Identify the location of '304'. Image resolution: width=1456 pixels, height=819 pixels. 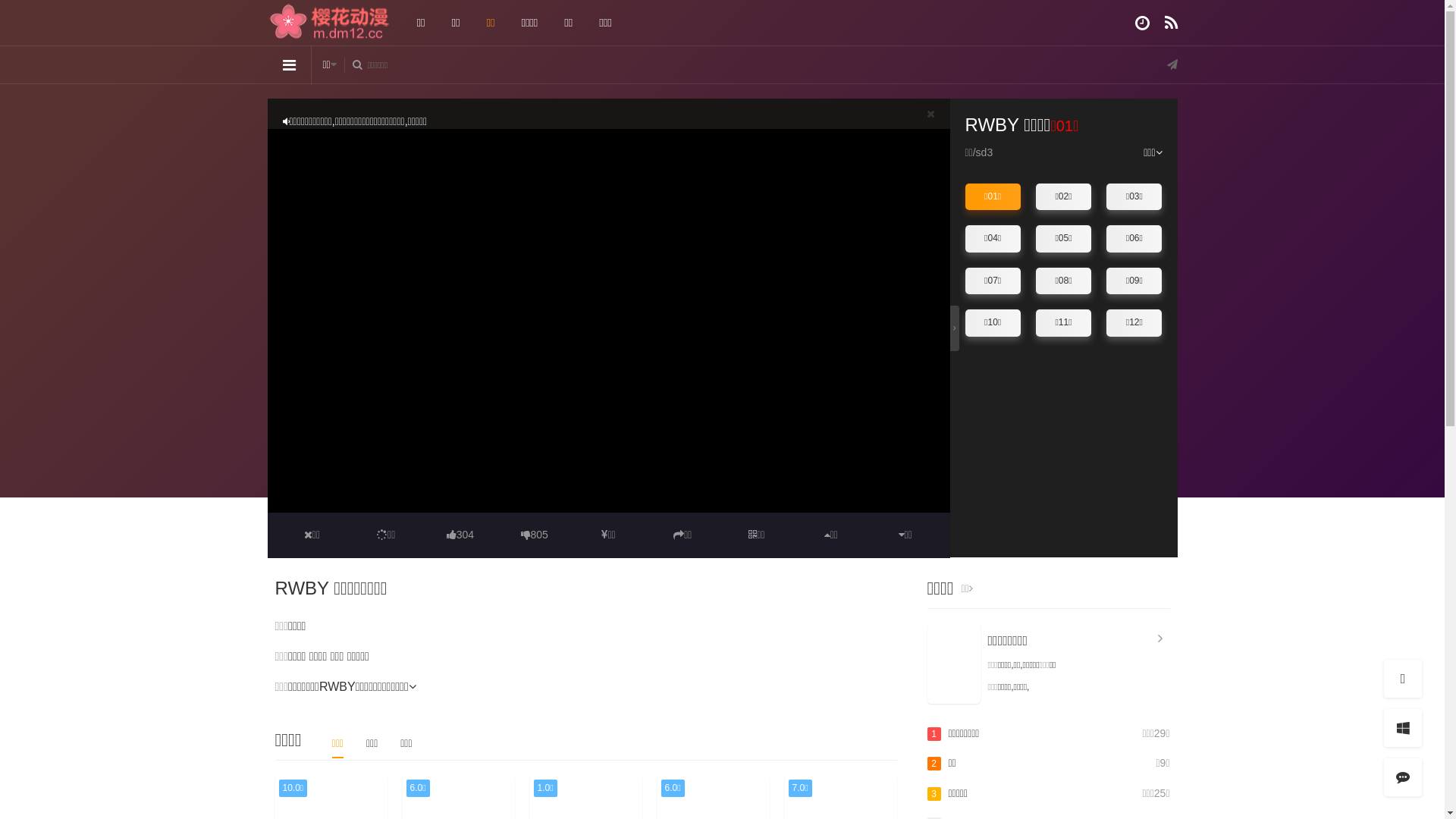
(459, 534).